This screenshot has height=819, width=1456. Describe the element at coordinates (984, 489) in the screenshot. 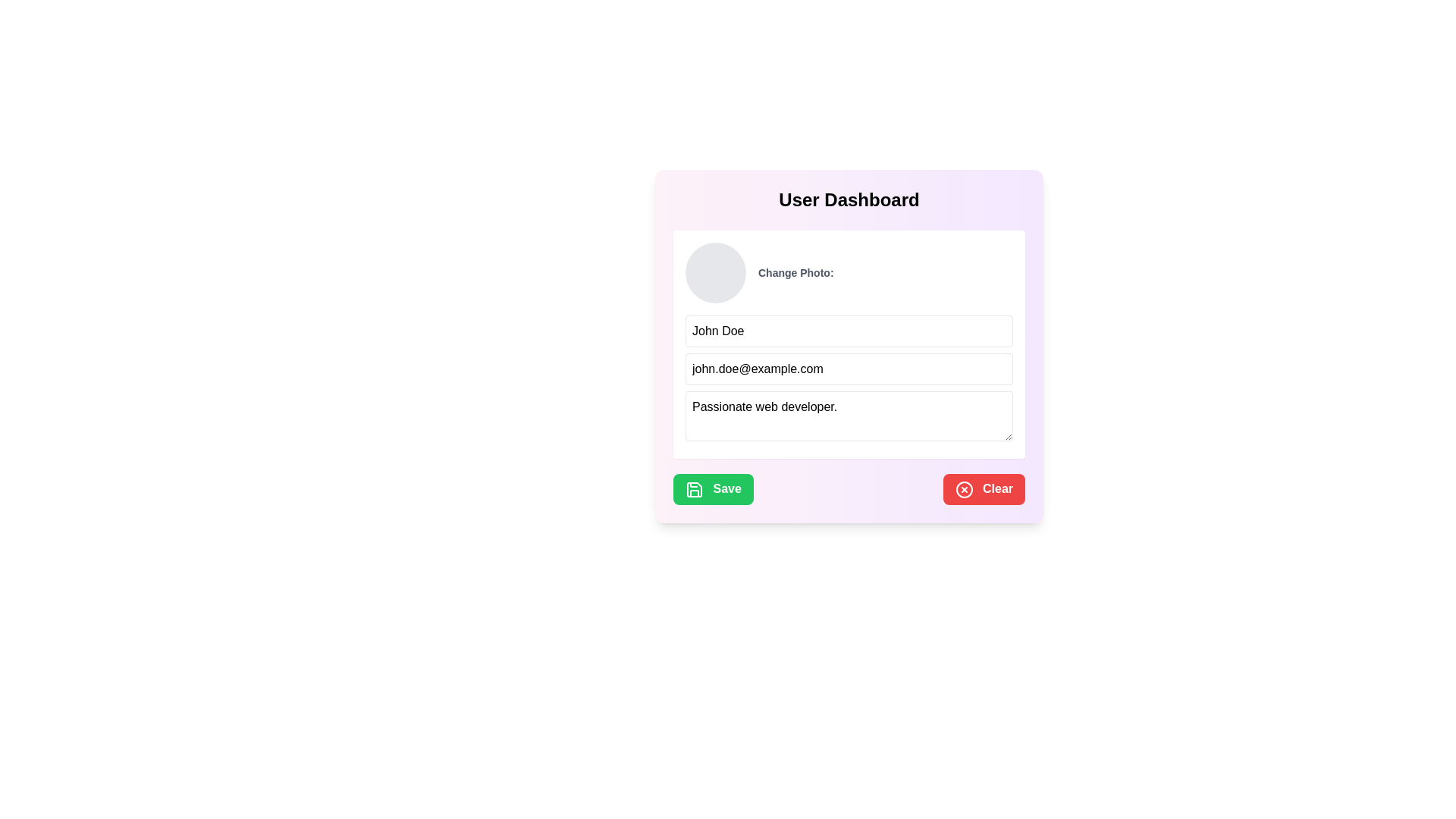

I see `the clear button located at the bottom-right corner of the 'User Dashboard' section` at that location.